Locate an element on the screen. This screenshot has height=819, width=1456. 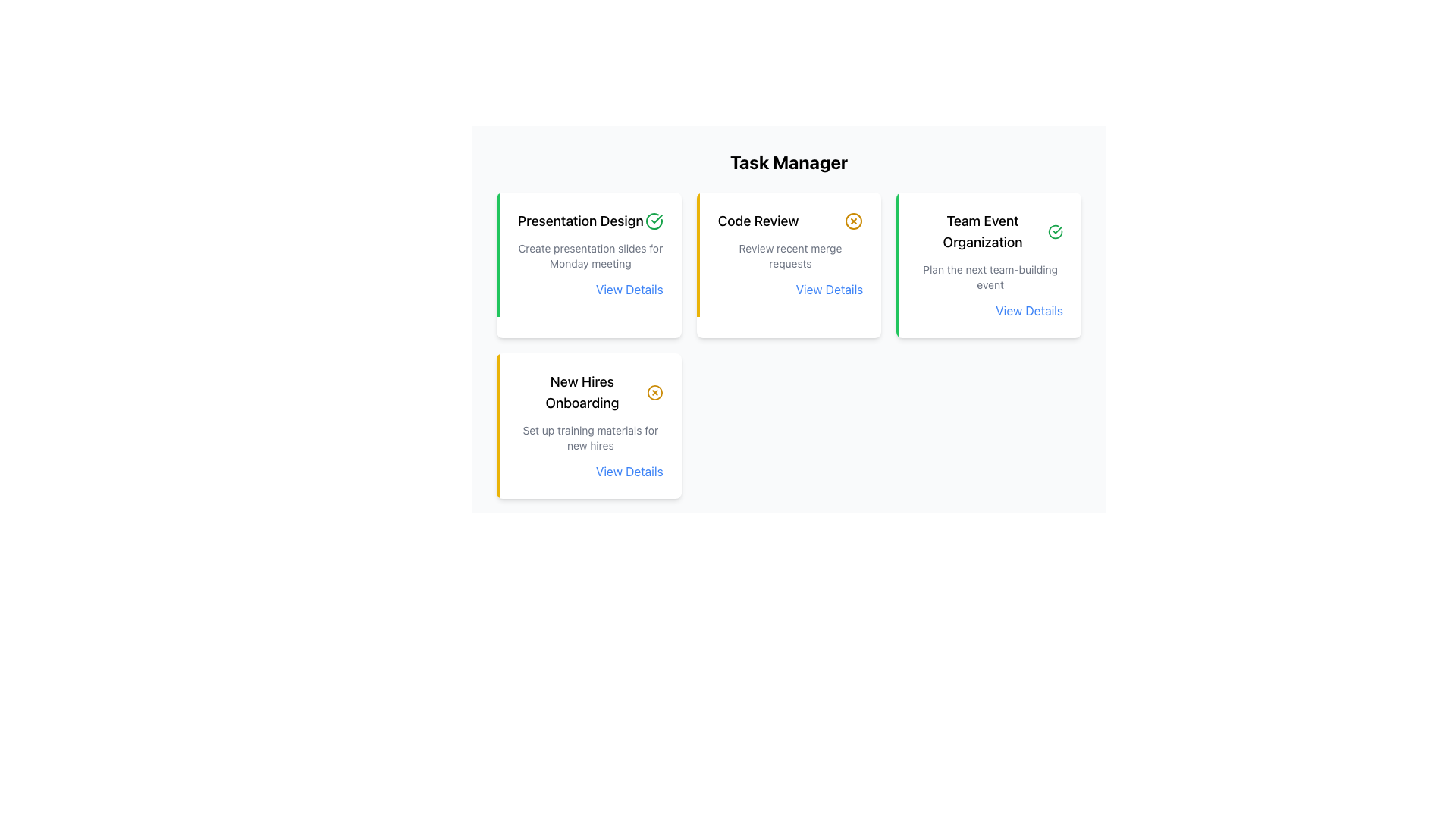
text label displaying 'Create presentation slides for Monday meeting', which is visually distinct and located below the header 'Presentation Design' is located at coordinates (589, 256).